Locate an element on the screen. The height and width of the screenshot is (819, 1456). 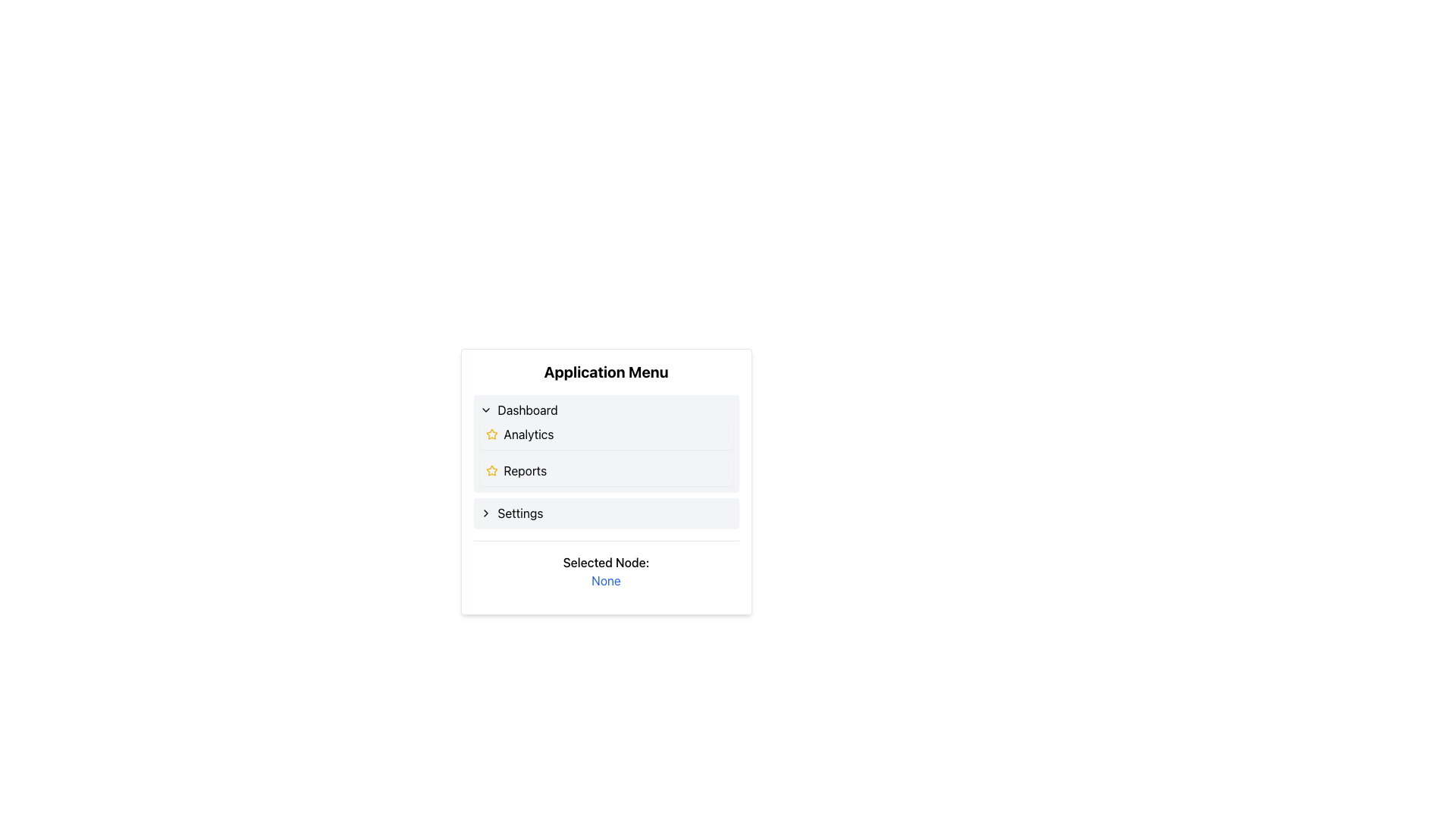
the third menu item in the 'Application Menu' is located at coordinates (605, 470).